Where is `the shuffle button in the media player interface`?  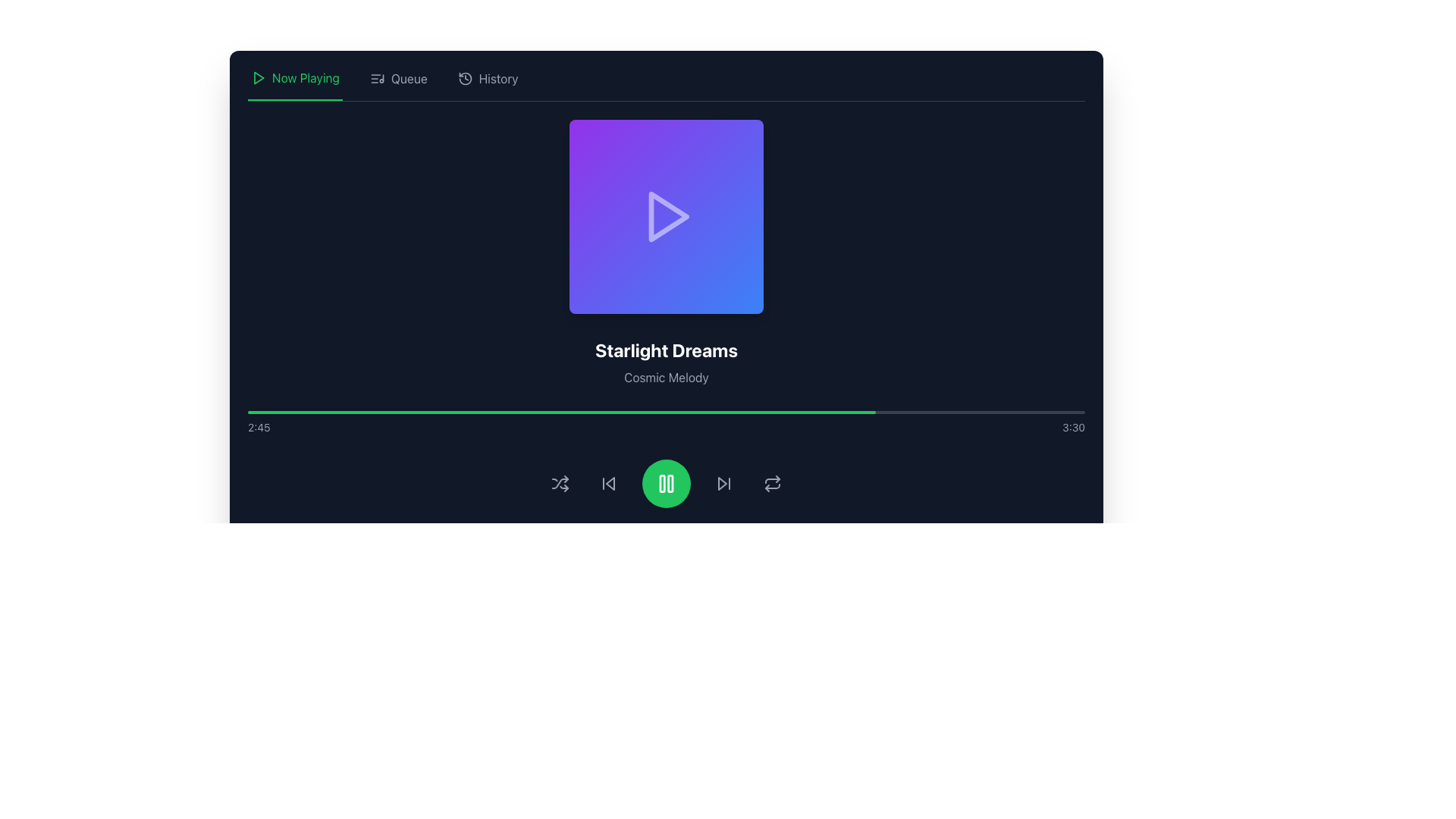 the shuffle button in the media player interface is located at coordinates (560, 483).